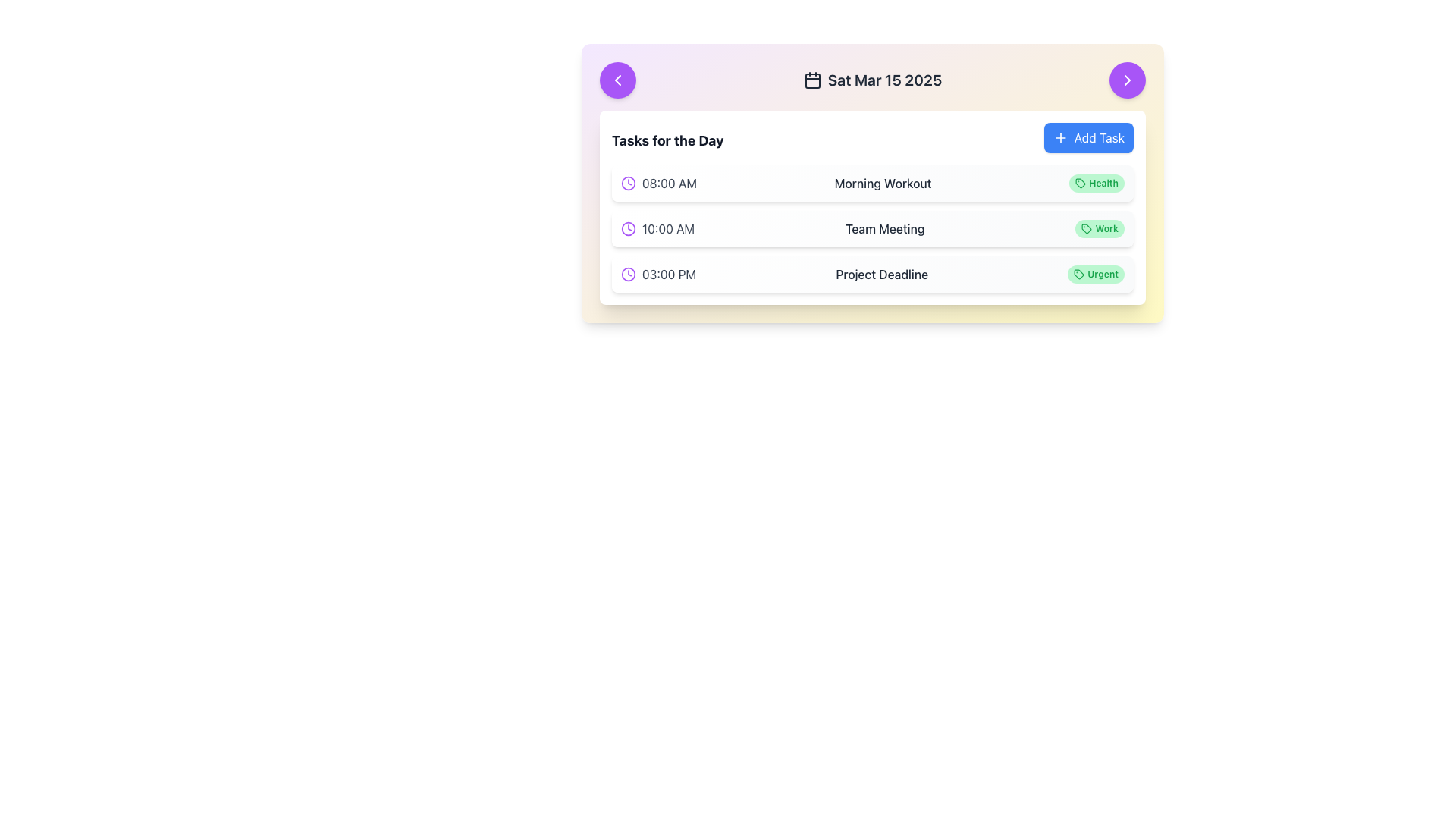 The image size is (1456, 819). I want to click on the third Task List Item in the 'Tasks for the Day' card, which displays the time '03:00 PM', title 'Project Deadline', and the badge 'Urgent' in green, so click(873, 275).